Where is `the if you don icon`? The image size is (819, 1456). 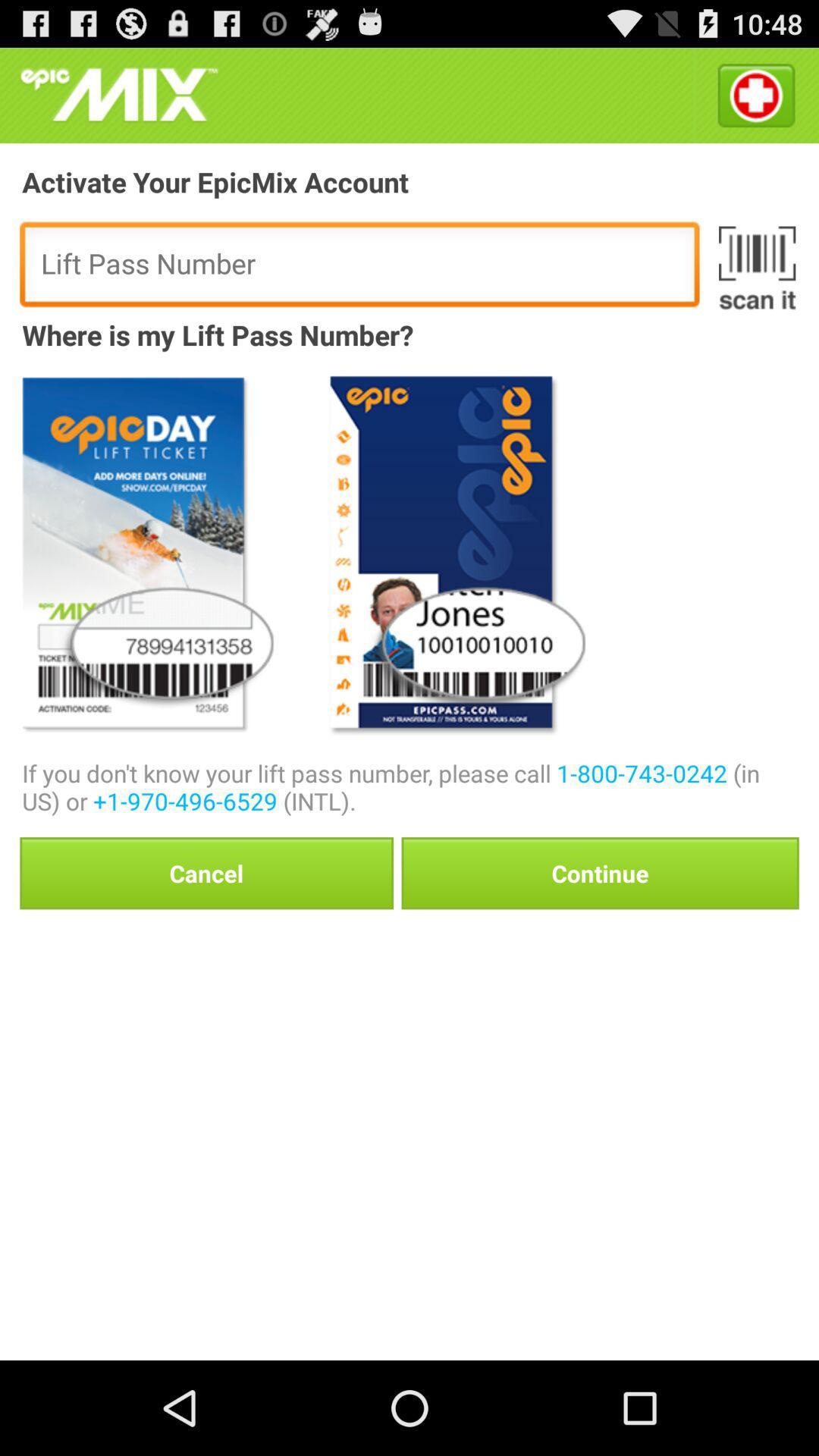
the if you don icon is located at coordinates (410, 786).